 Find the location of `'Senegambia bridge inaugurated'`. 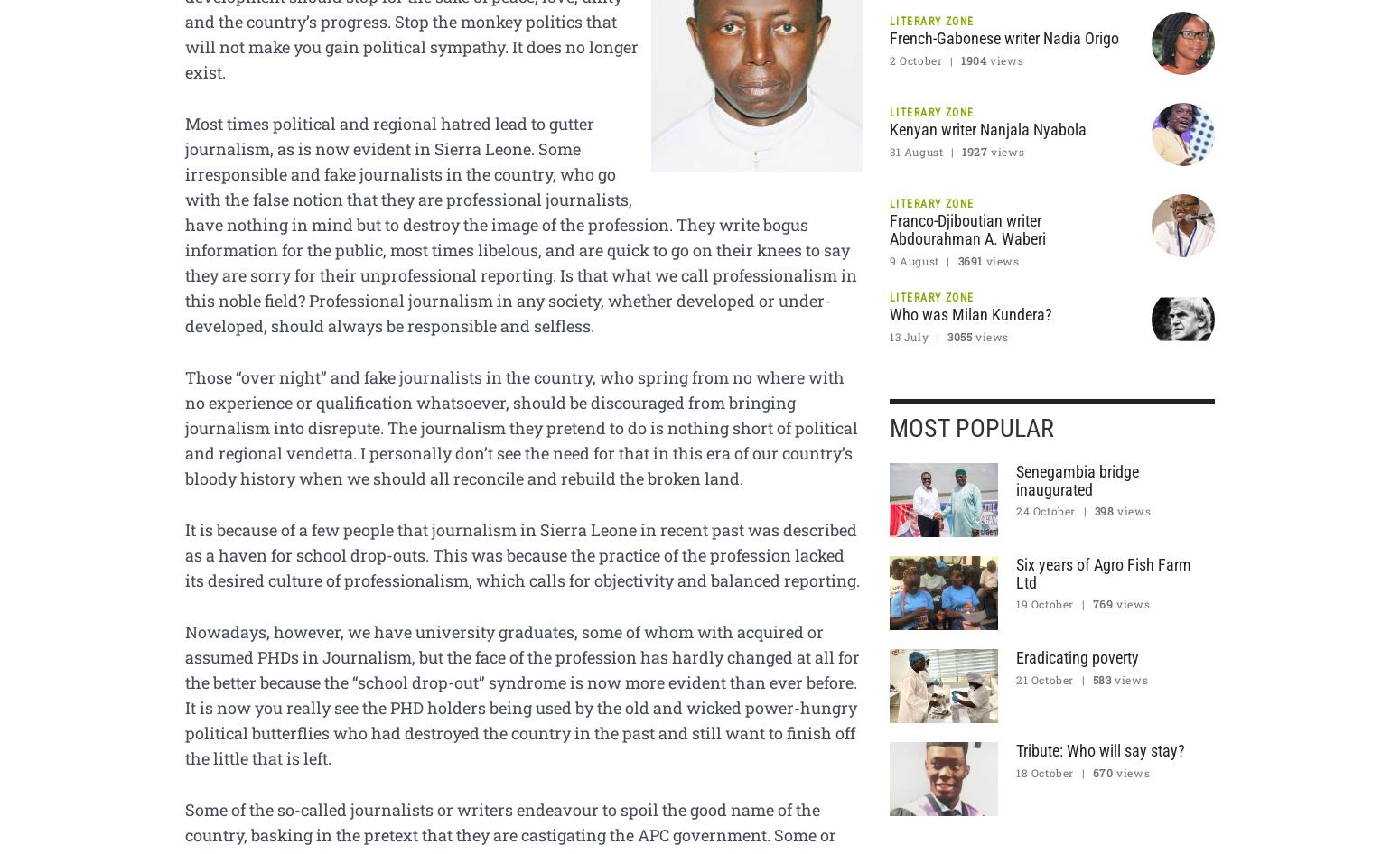

'Senegambia bridge inaugurated' is located at coordinates (1078, 479).